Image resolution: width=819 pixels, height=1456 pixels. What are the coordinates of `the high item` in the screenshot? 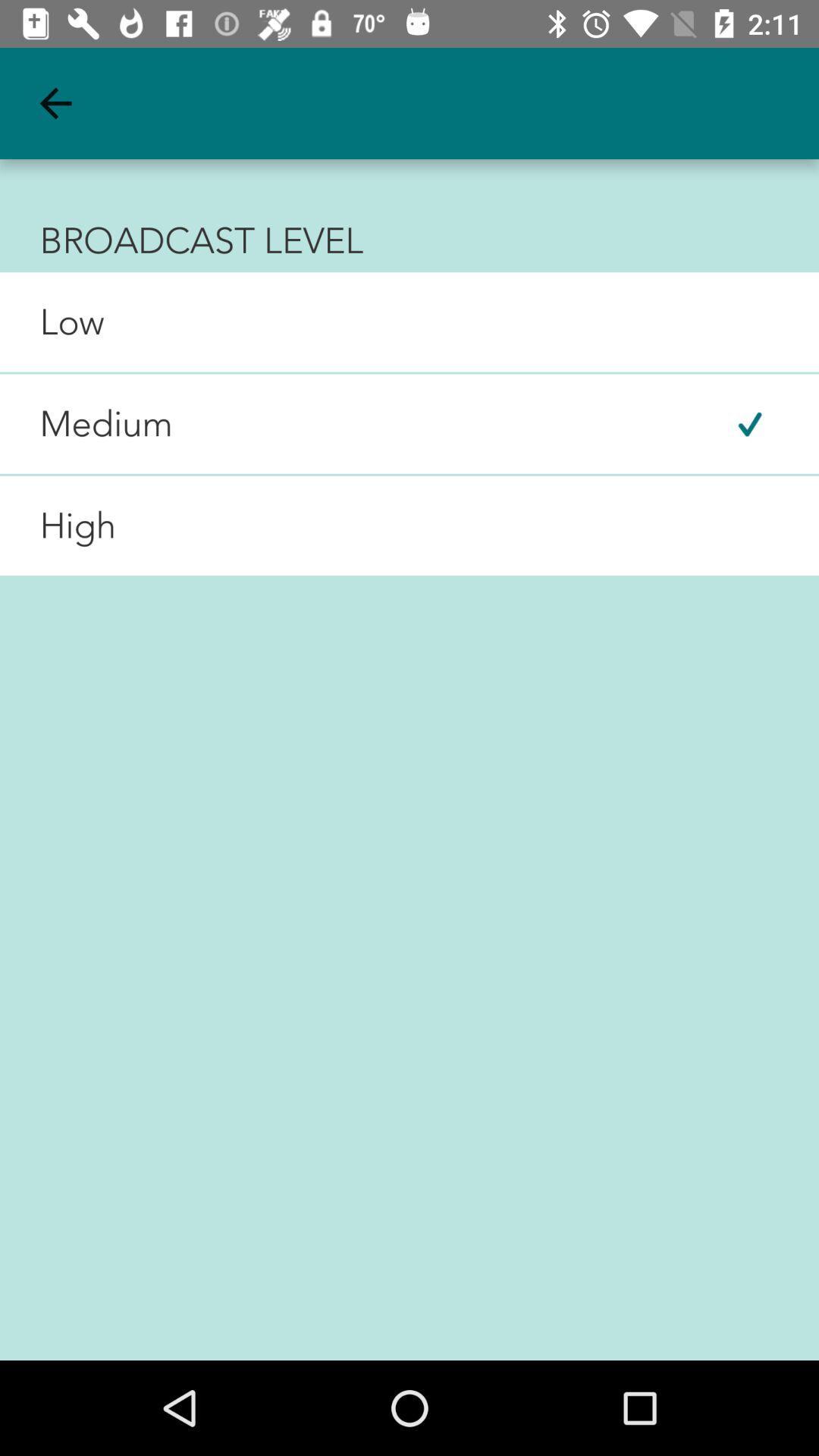 It's located at (57, 526).